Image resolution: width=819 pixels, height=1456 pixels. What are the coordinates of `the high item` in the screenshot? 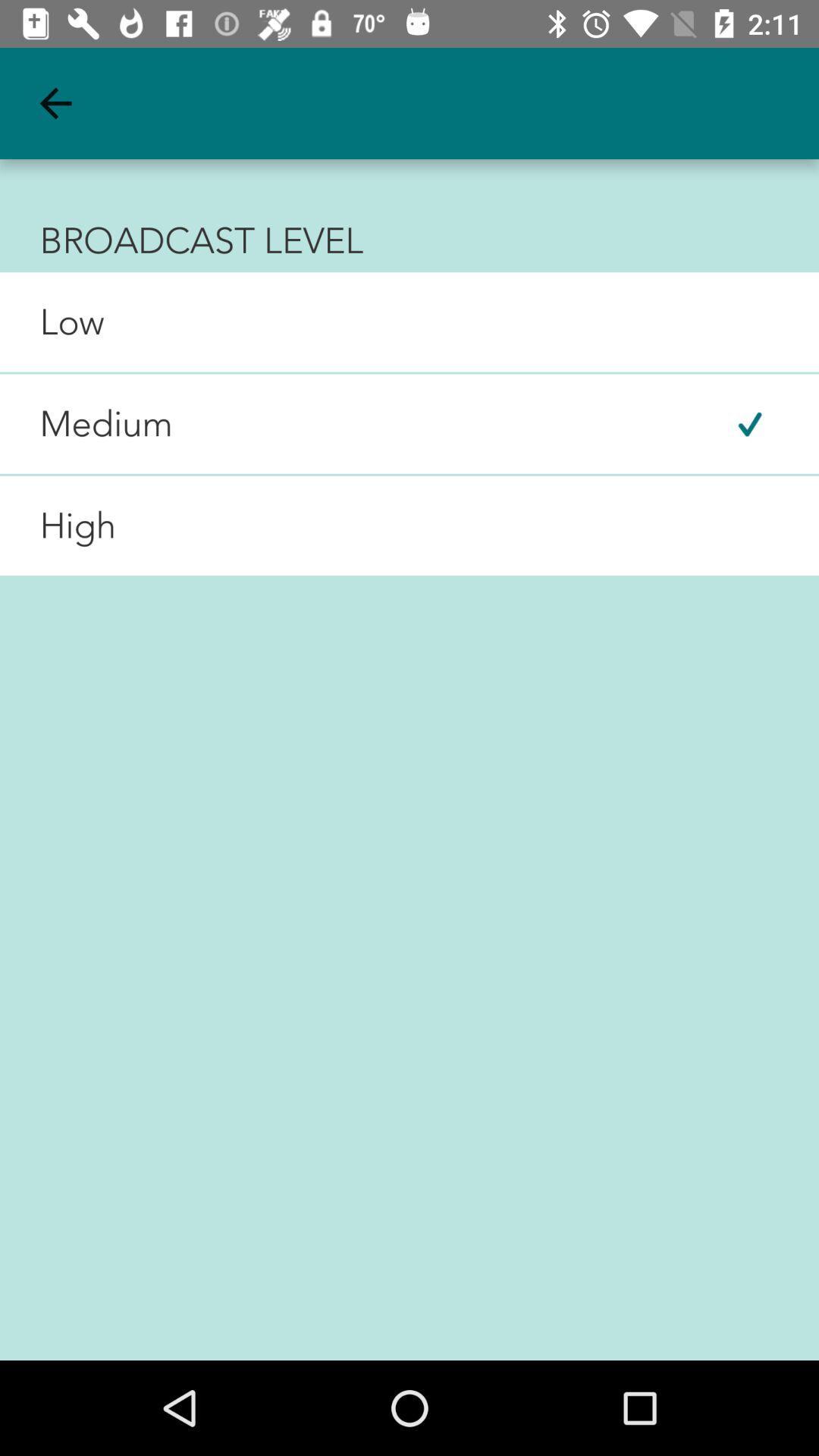 It's located at (57, 526).